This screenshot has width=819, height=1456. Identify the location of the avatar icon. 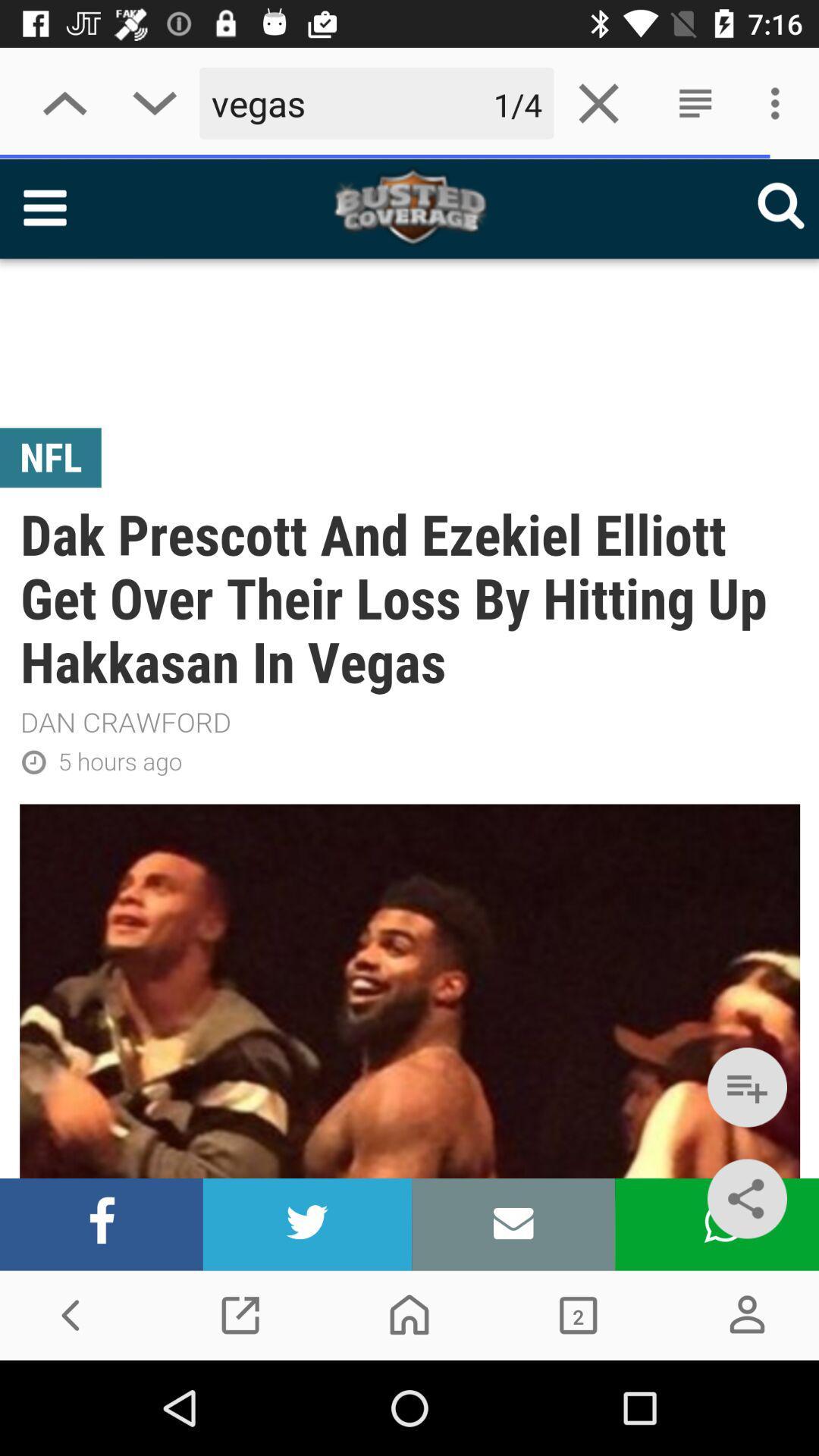
(746, 1314).